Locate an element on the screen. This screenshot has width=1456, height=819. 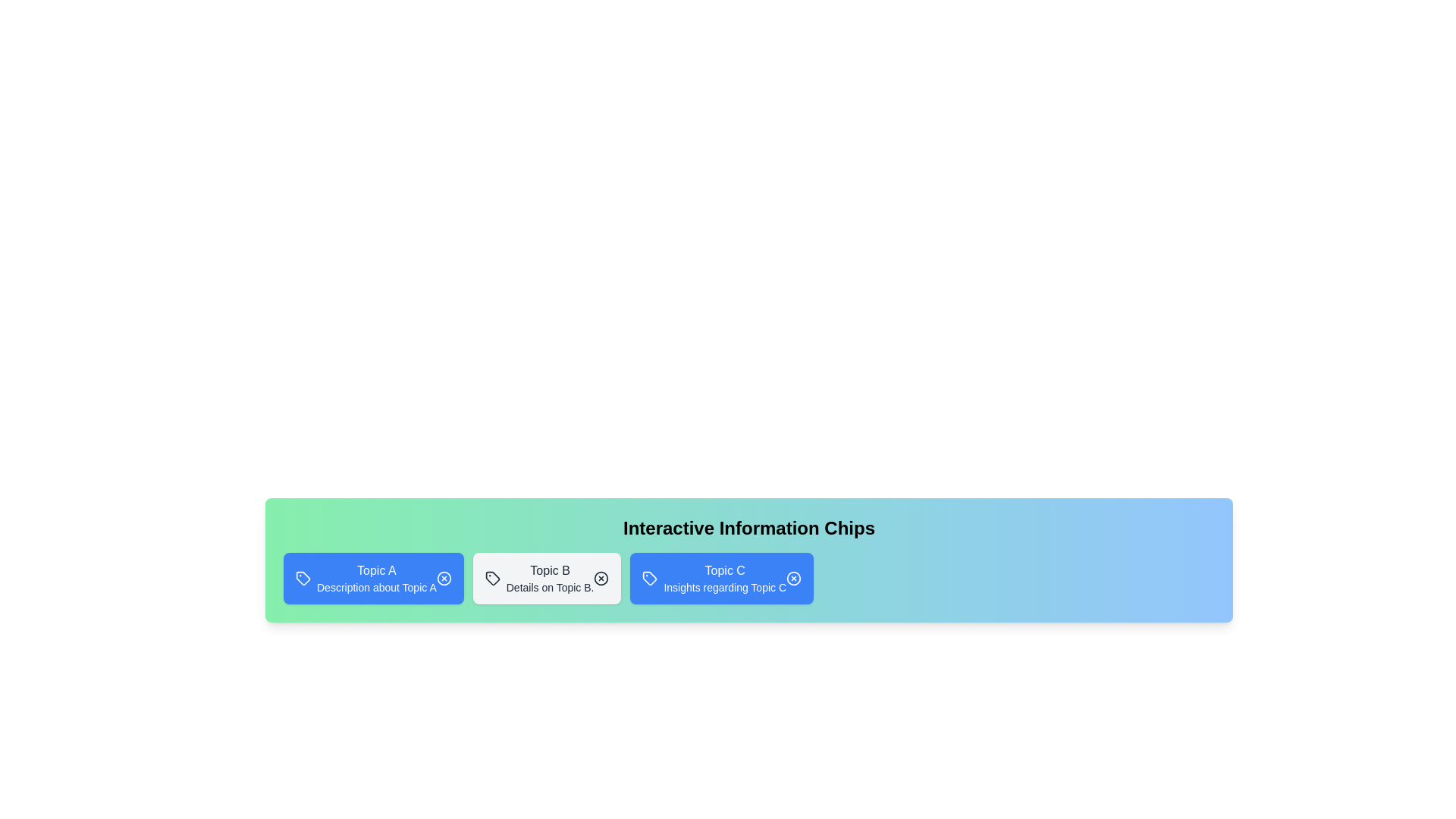
the close button of the chip labeled Topic B is located at coordinates (601, 579).